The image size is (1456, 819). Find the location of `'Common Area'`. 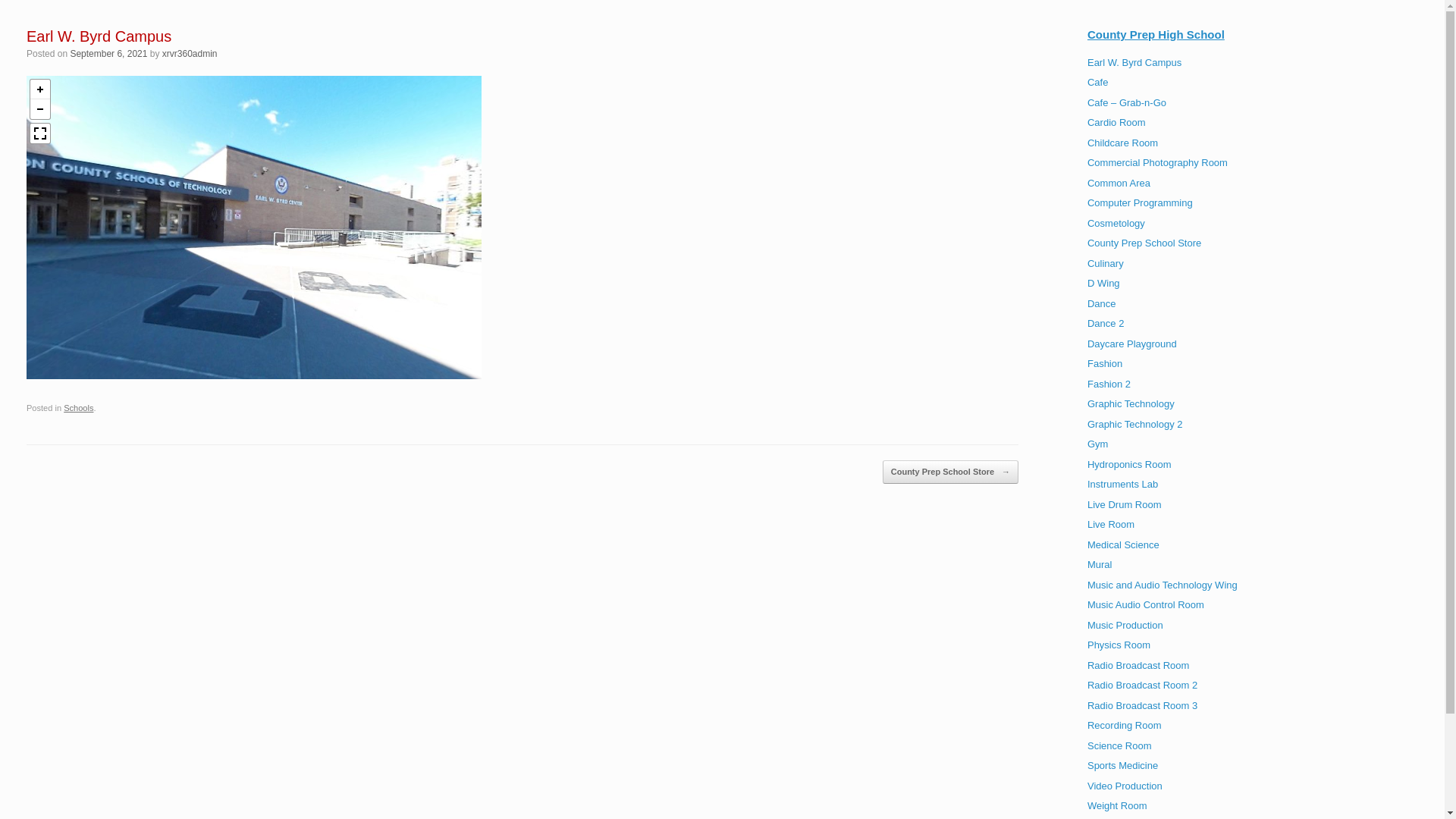

'Common Area' is located at coordinates (1087, 182).